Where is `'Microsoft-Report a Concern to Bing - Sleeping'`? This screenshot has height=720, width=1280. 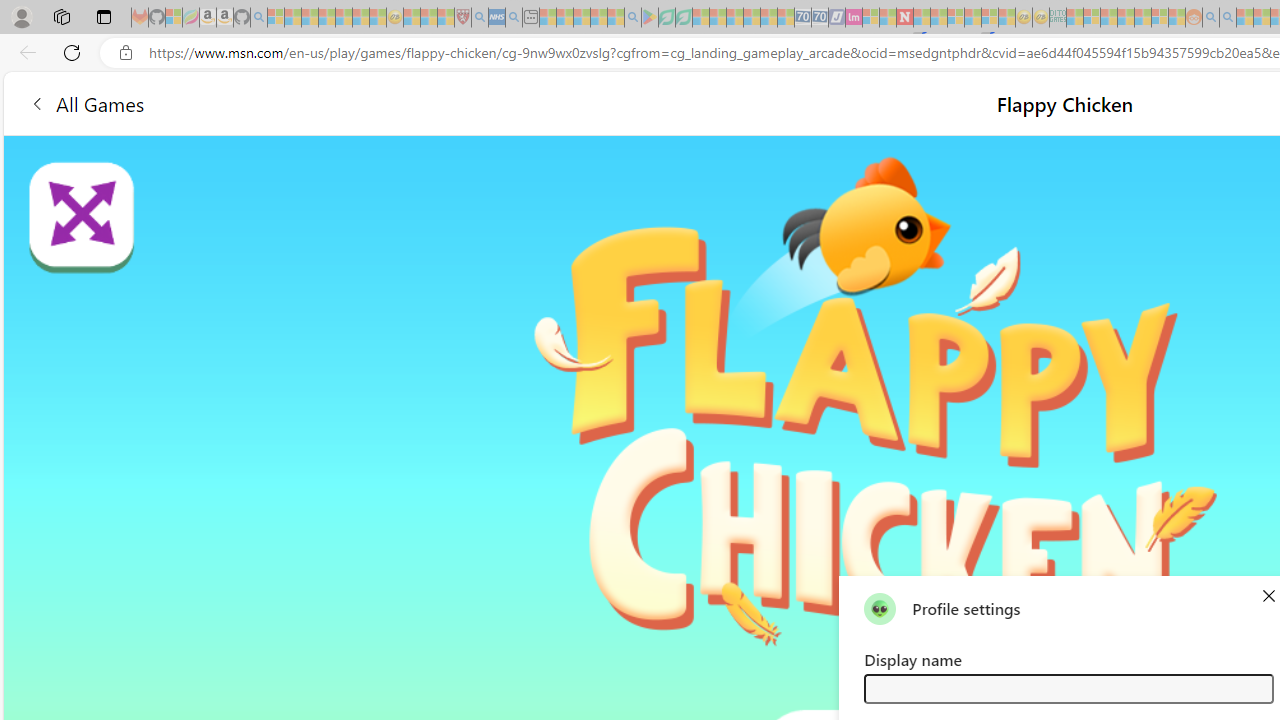 'Microsoft-Report a Concern to Bing - Sleeping' is located at coordinates (174, 17).